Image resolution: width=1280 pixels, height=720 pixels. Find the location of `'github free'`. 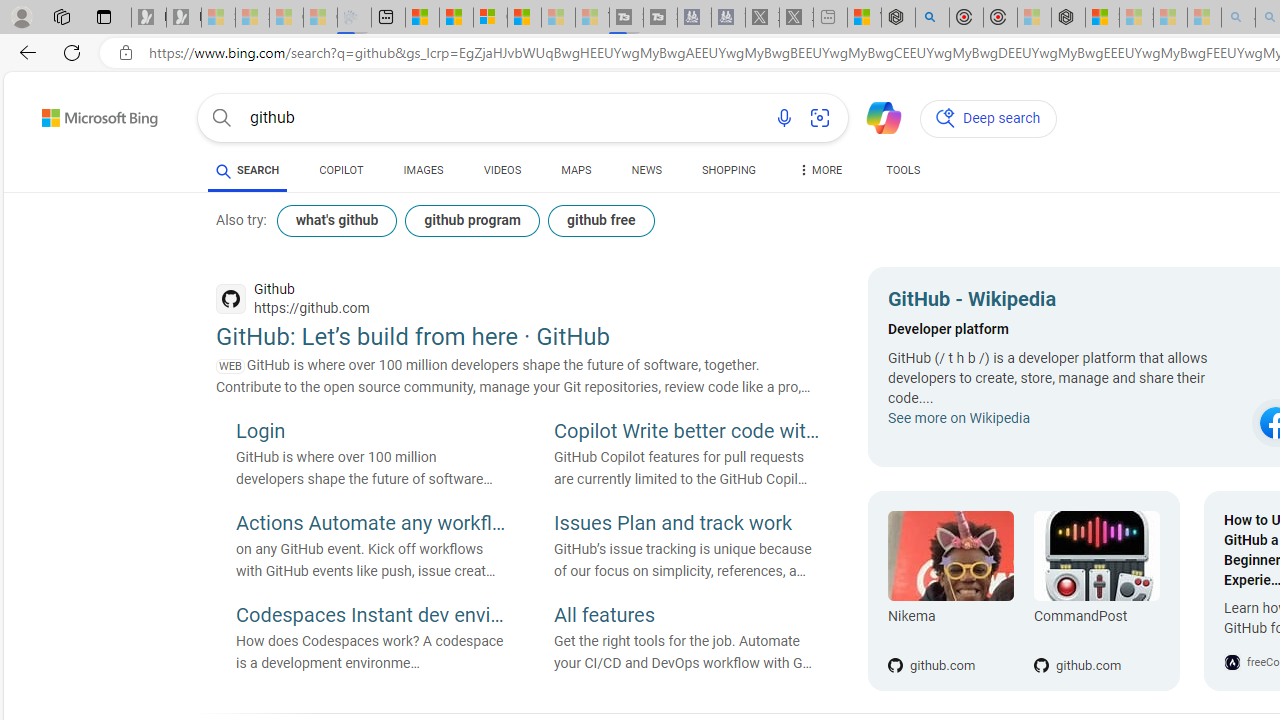

'github free' is located at coordinates (599, 221).